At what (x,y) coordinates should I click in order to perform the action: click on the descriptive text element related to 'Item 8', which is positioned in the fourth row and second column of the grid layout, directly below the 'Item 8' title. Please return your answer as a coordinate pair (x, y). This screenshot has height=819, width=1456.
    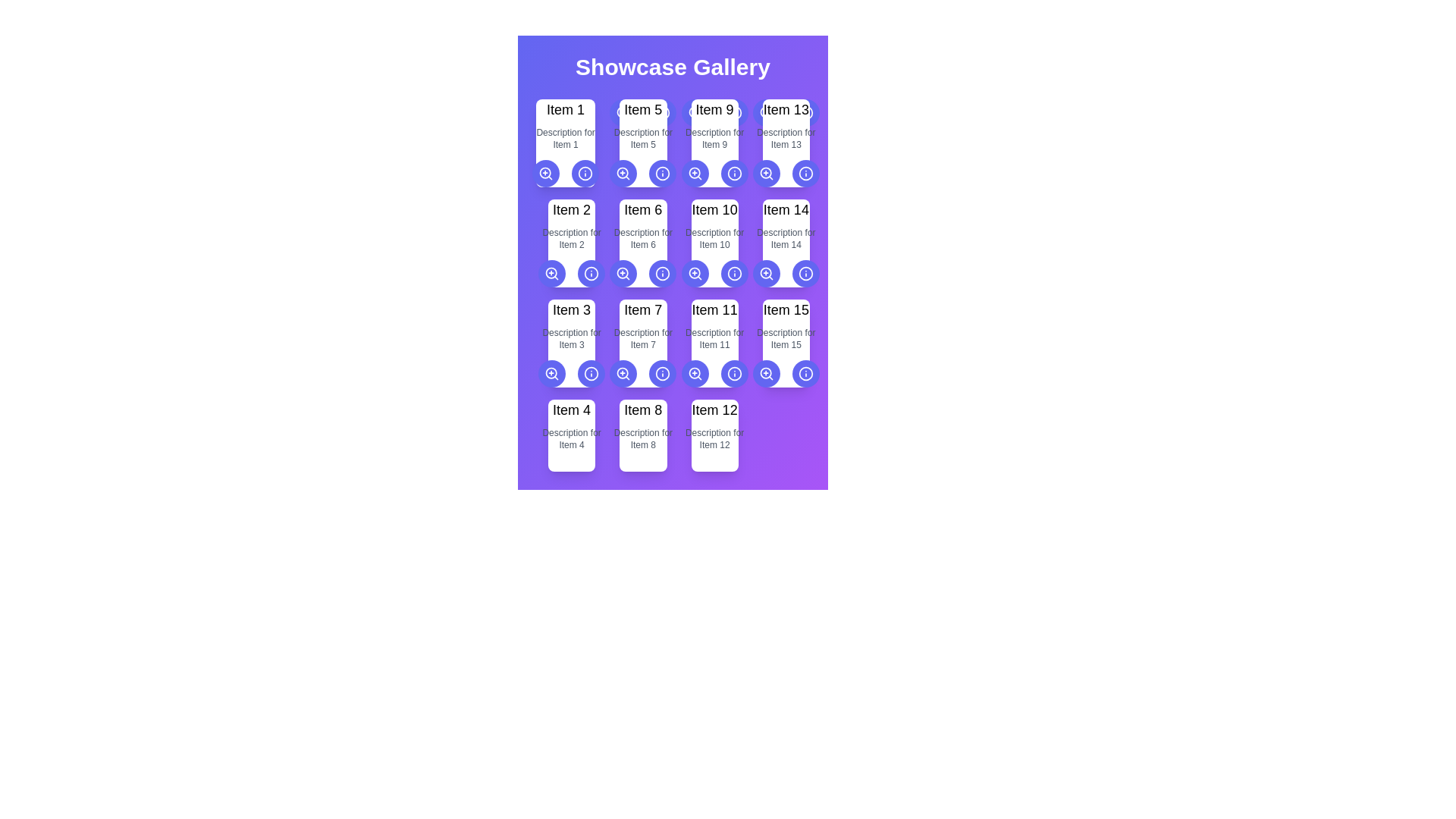
    Looking at the image, I should click on (643, 438).